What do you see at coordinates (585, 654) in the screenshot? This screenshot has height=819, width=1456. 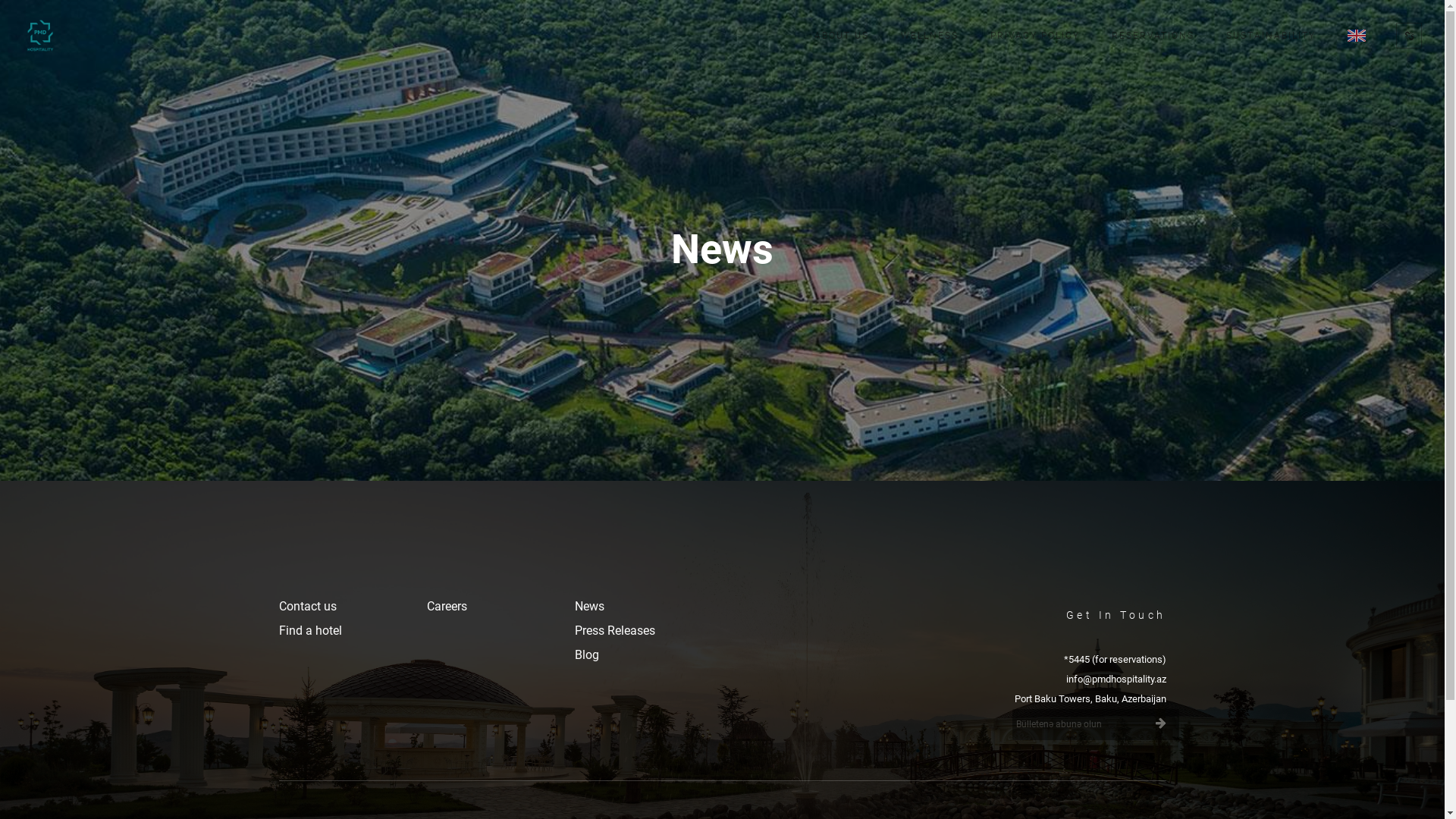 I see `'Blog'` at bounding box center [585, 654].